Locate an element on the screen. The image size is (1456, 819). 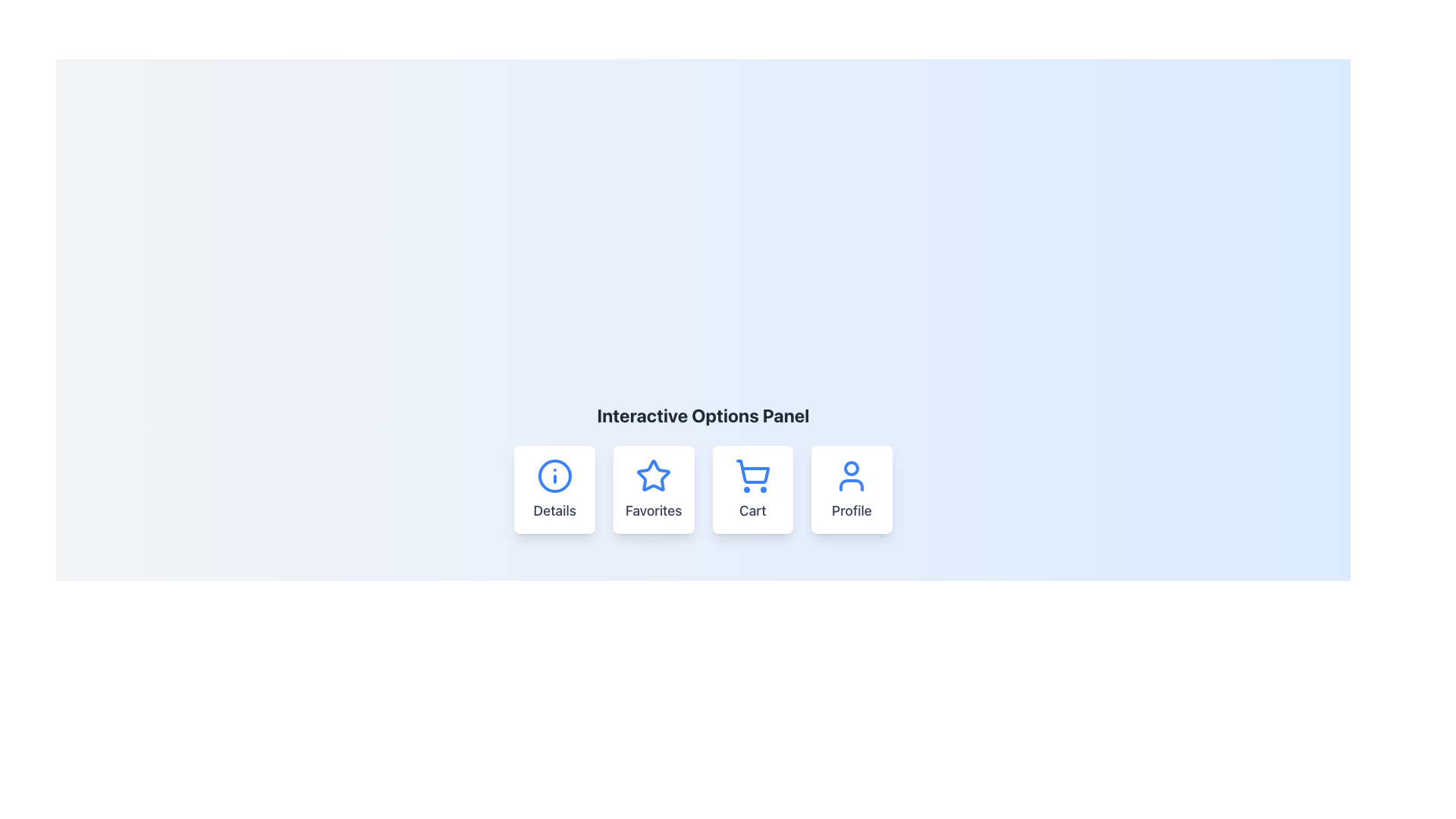
the 'Favorites' text label, which is styled in medium font size and gray color, located beneath the star icon in the 'Interactive Options Panel' is located at coordinates (654, 511).